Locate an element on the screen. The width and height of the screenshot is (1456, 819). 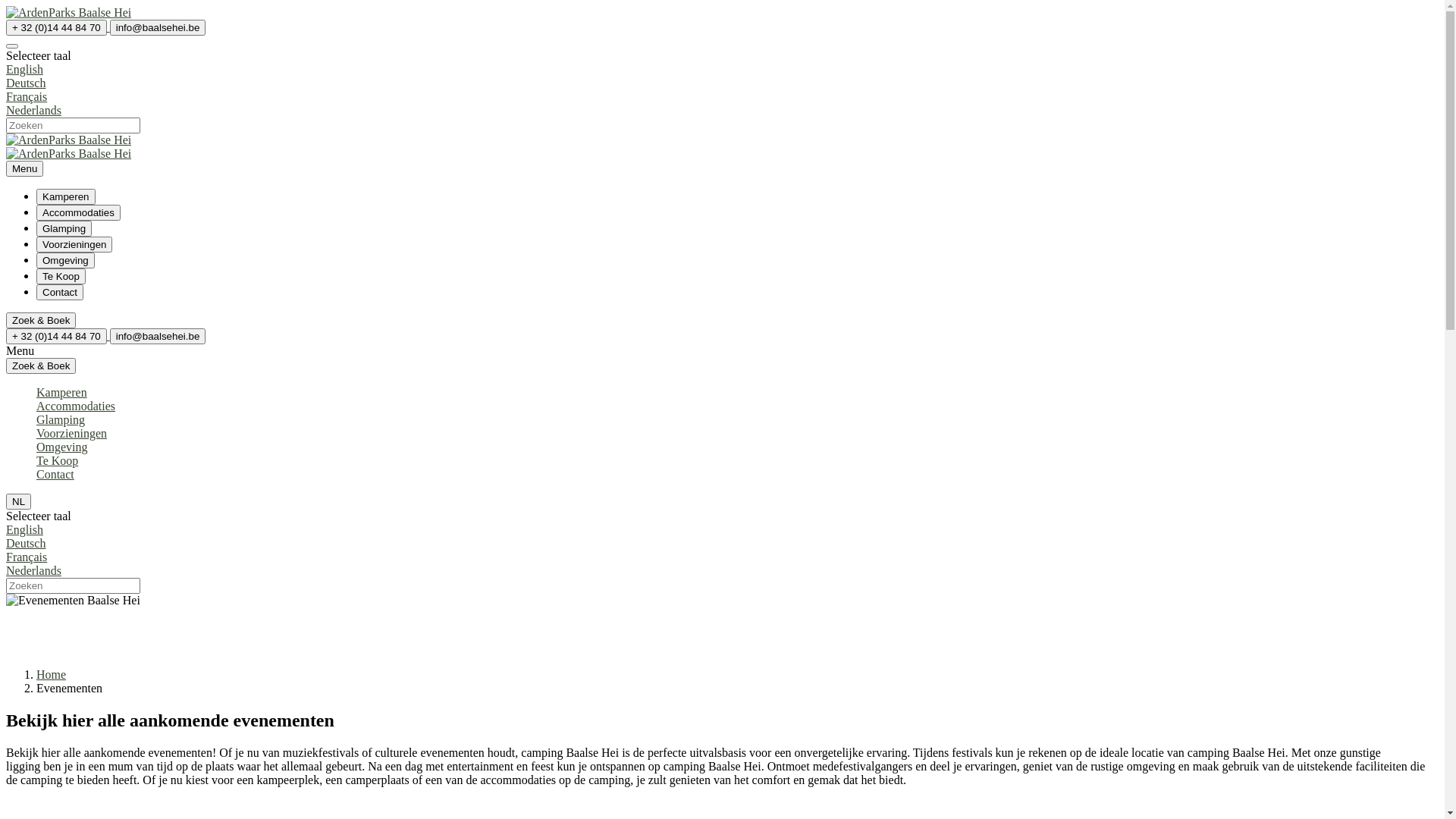
'Zoek & Boek' is located at coordinates (40, 318).